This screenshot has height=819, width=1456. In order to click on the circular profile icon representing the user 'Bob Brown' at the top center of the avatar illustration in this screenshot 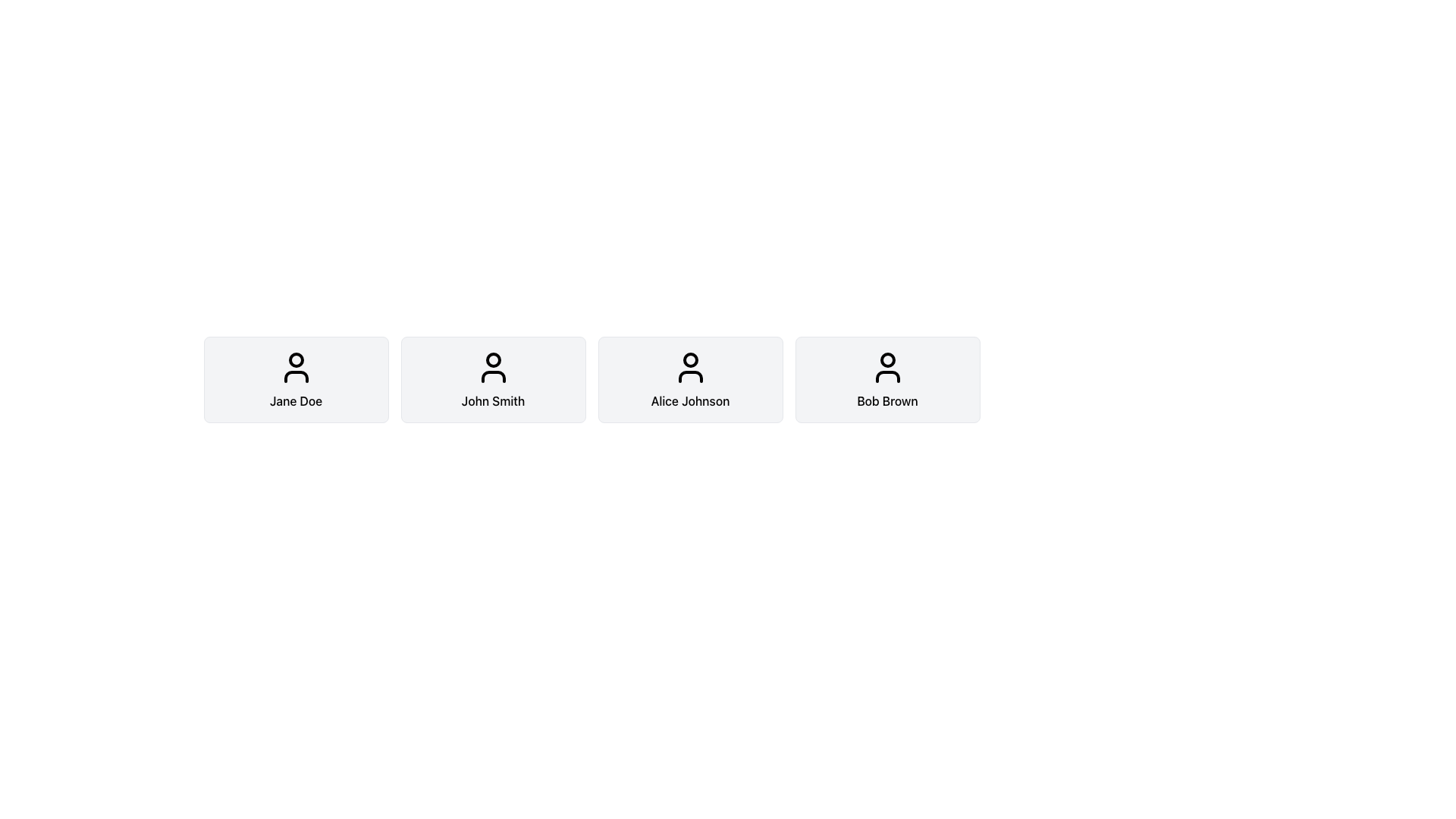, I will do `click(887, 359)`.